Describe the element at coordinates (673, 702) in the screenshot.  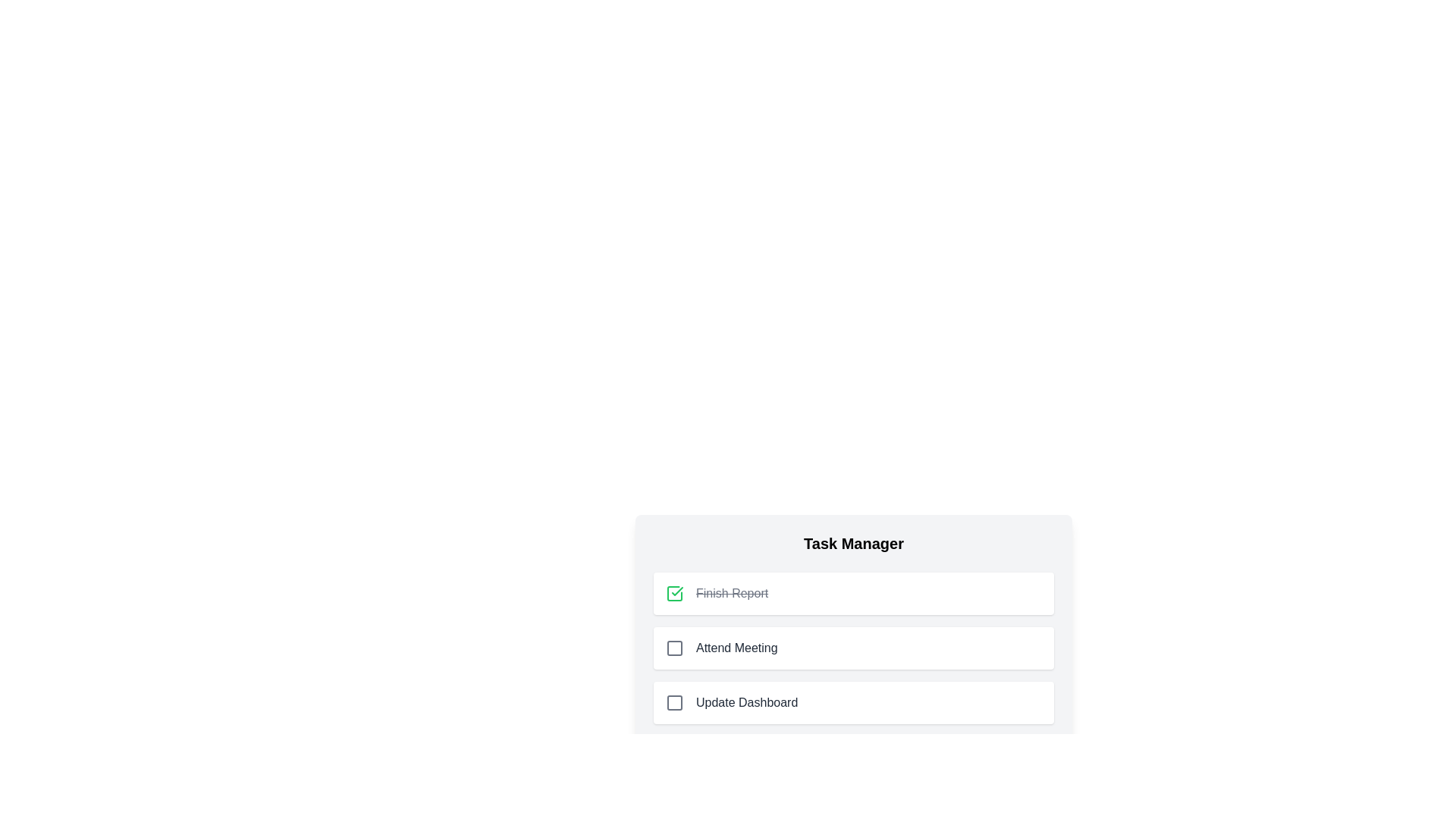
I see `the checkbox or status indicator located within the SVG icon for the task 'Update Dashboard', which has a light gray border and a hollow center, situated in the bottom task row to the left of the task description text` at that location.